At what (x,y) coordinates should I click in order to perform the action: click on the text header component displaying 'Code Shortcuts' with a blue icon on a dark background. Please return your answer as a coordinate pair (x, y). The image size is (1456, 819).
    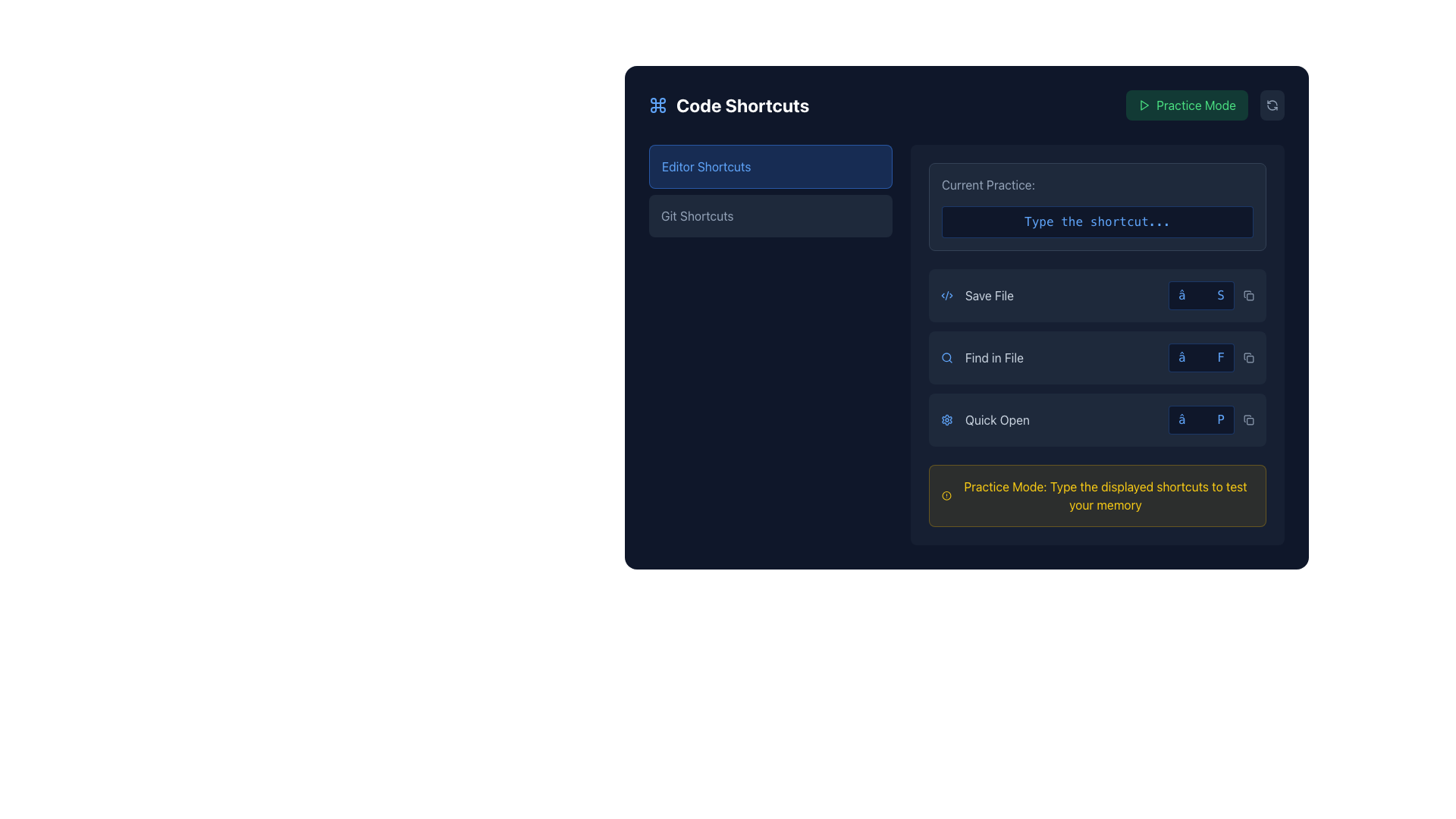
    Looking at the image, I should click on (729, 104).